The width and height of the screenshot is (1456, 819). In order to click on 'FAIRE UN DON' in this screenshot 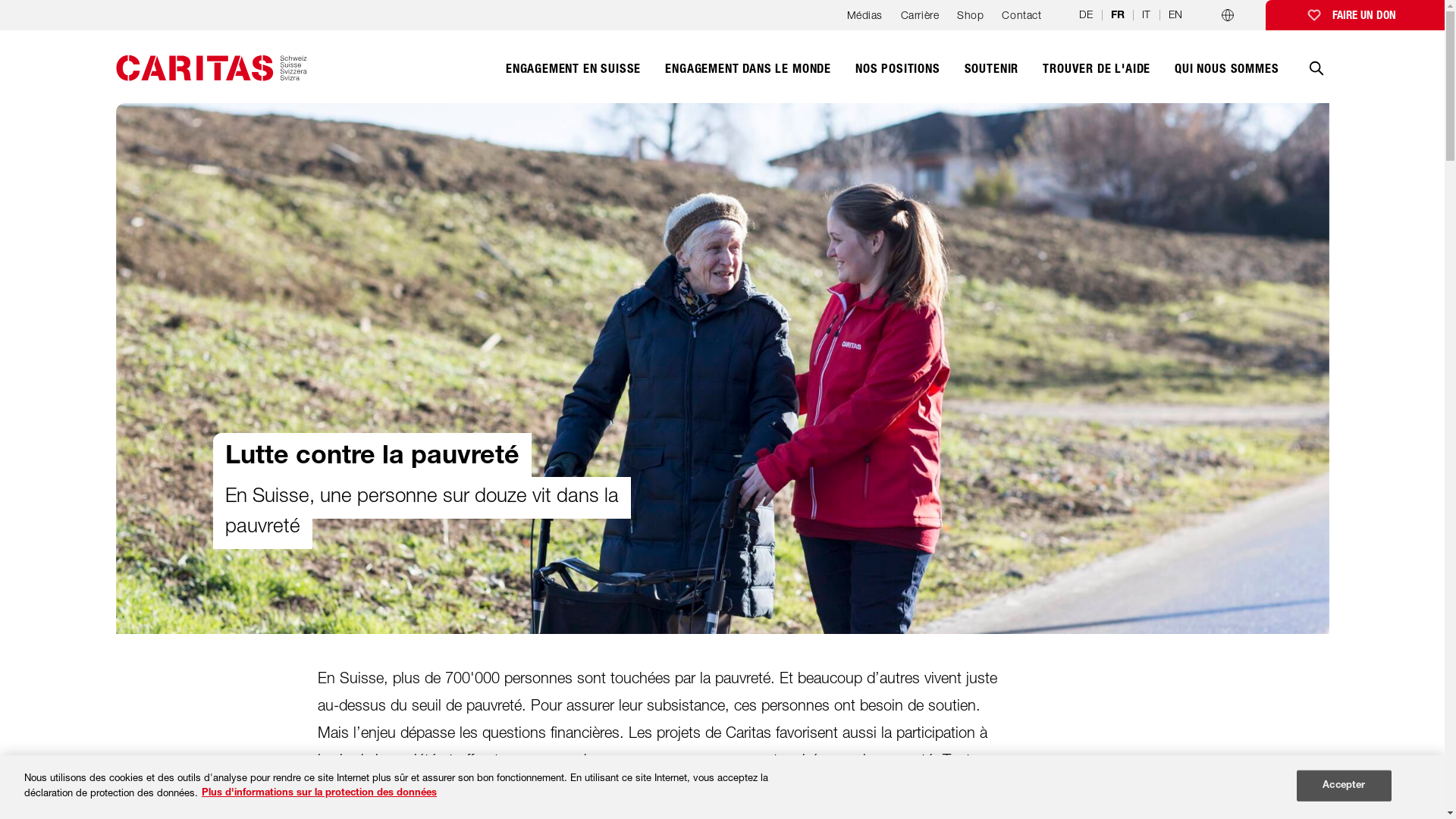, I will do `click(1354, 14)`.